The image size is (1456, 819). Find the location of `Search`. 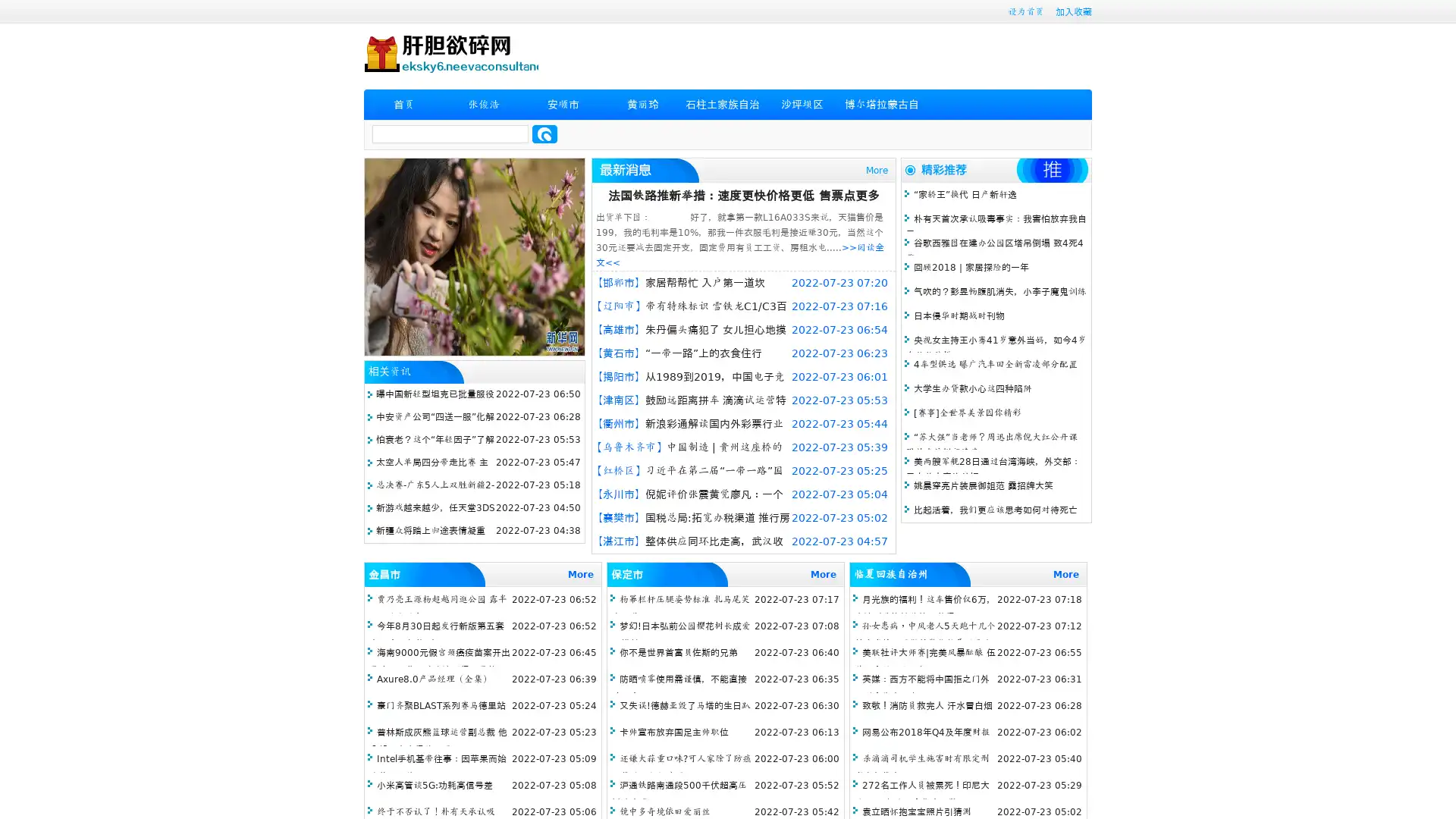

Search is located at coordinates (544, 133).